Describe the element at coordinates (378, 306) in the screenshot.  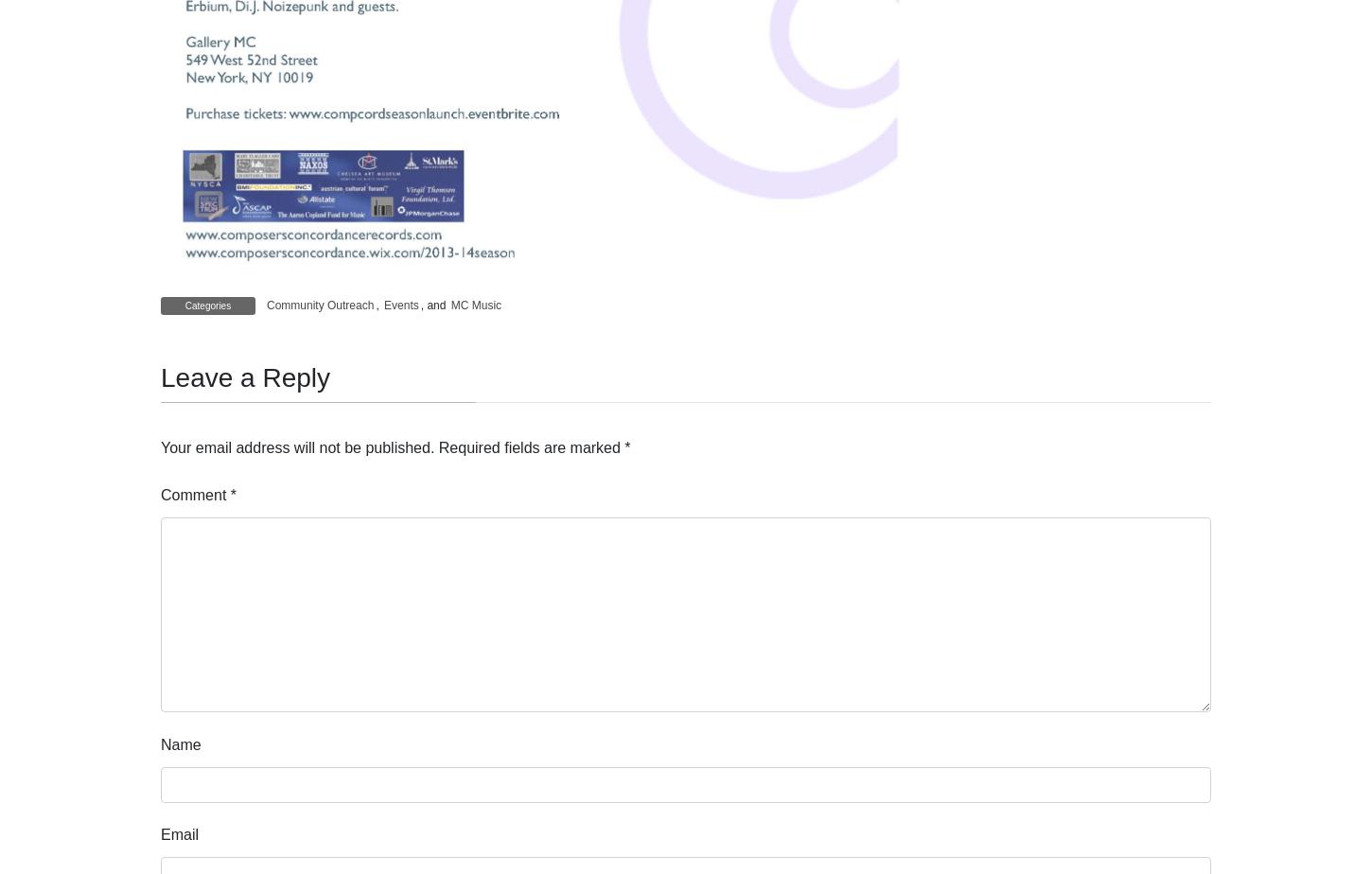
I see `','` at that location.